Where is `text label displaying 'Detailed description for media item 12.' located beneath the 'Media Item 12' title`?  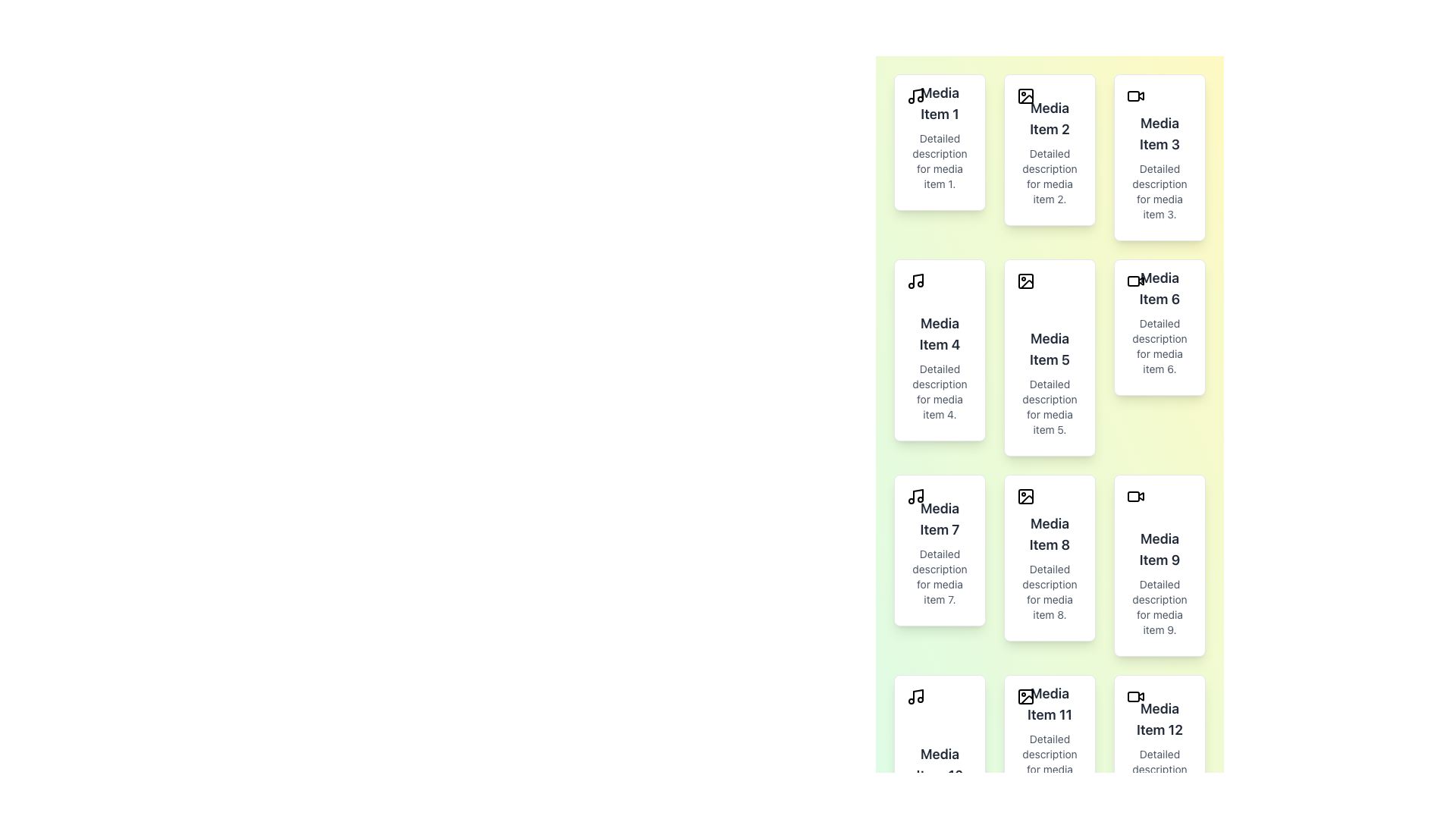 text label displaying 'Detailed description for media item 12.' located beneath the 'Media Item 12' title is located at coordinates (1159, 777).